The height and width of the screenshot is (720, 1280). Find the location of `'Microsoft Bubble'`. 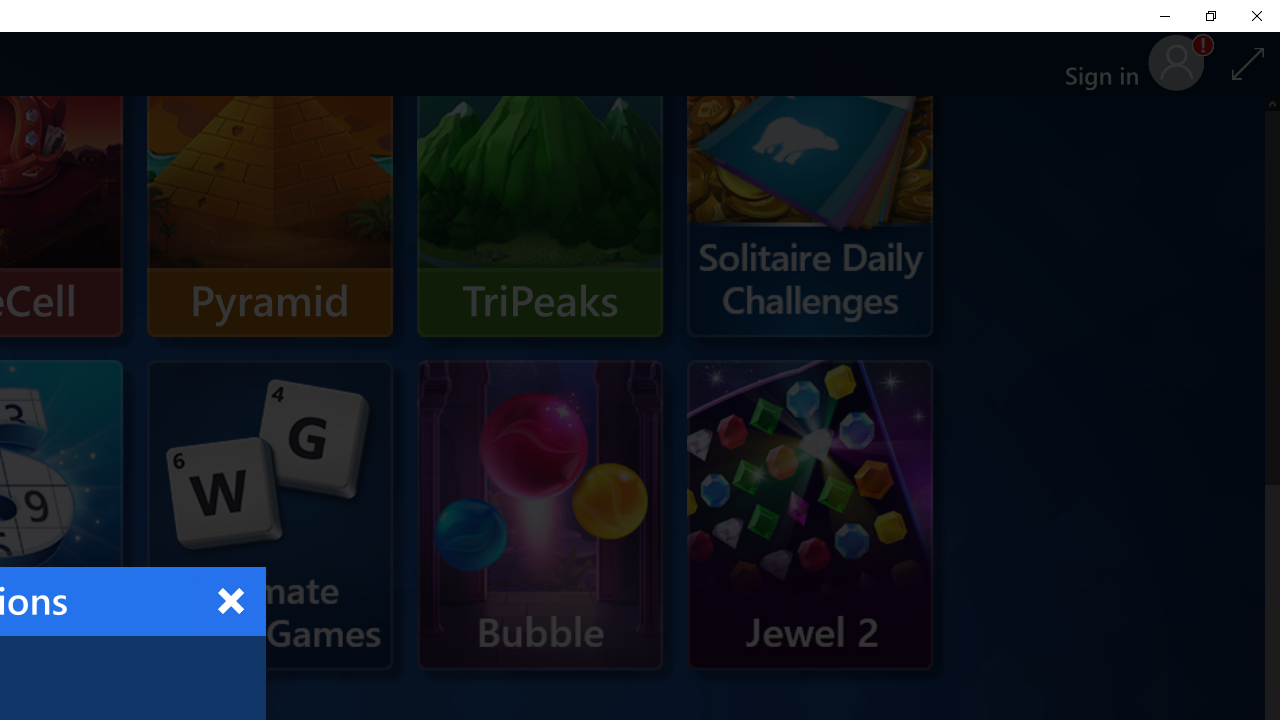

'Microsoft Bubble' is located at coordinates (540, 514).